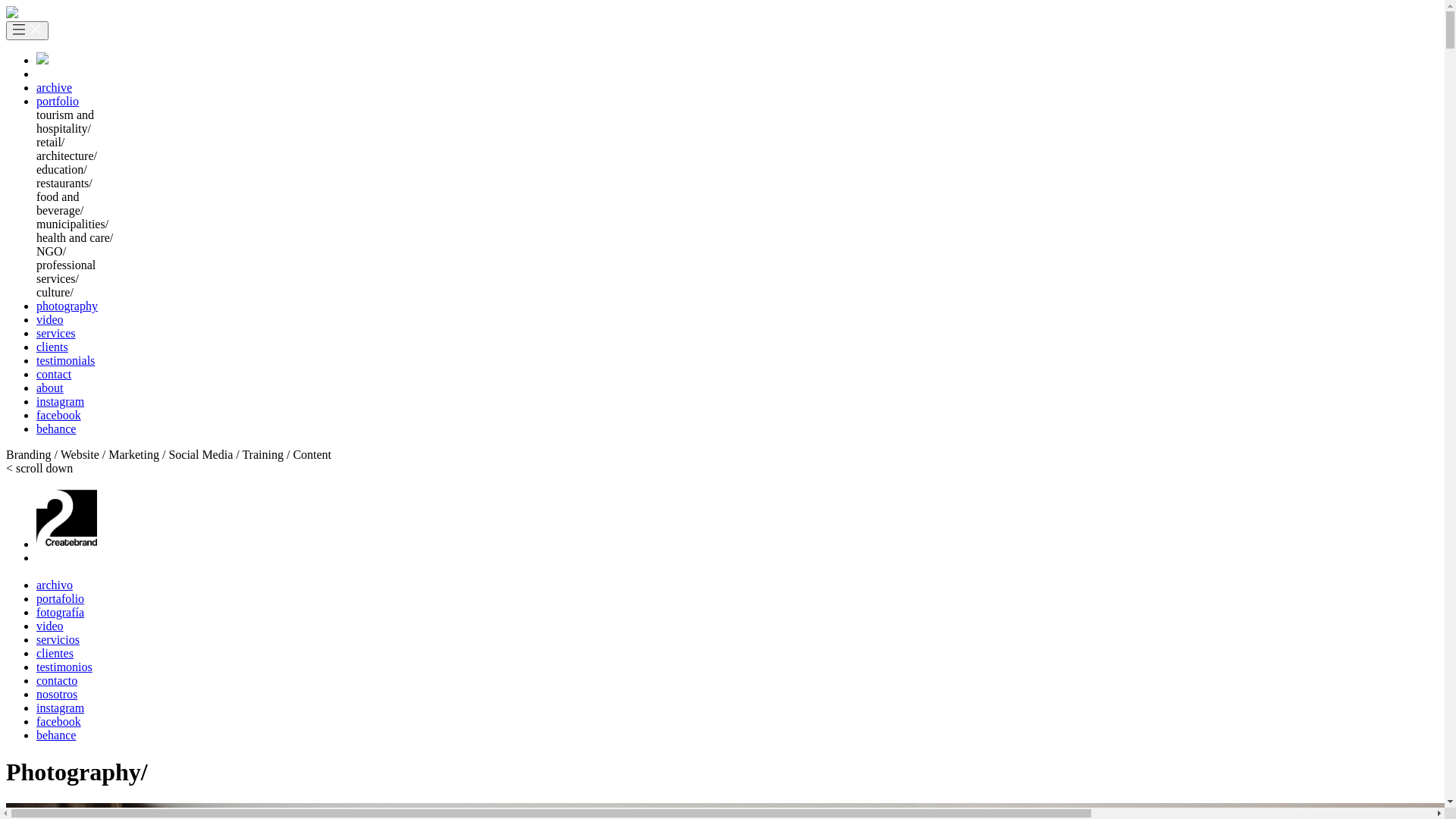  Describe the element at coordinates (60, 400) in the screenshot. I see `'instagram'` at that location.